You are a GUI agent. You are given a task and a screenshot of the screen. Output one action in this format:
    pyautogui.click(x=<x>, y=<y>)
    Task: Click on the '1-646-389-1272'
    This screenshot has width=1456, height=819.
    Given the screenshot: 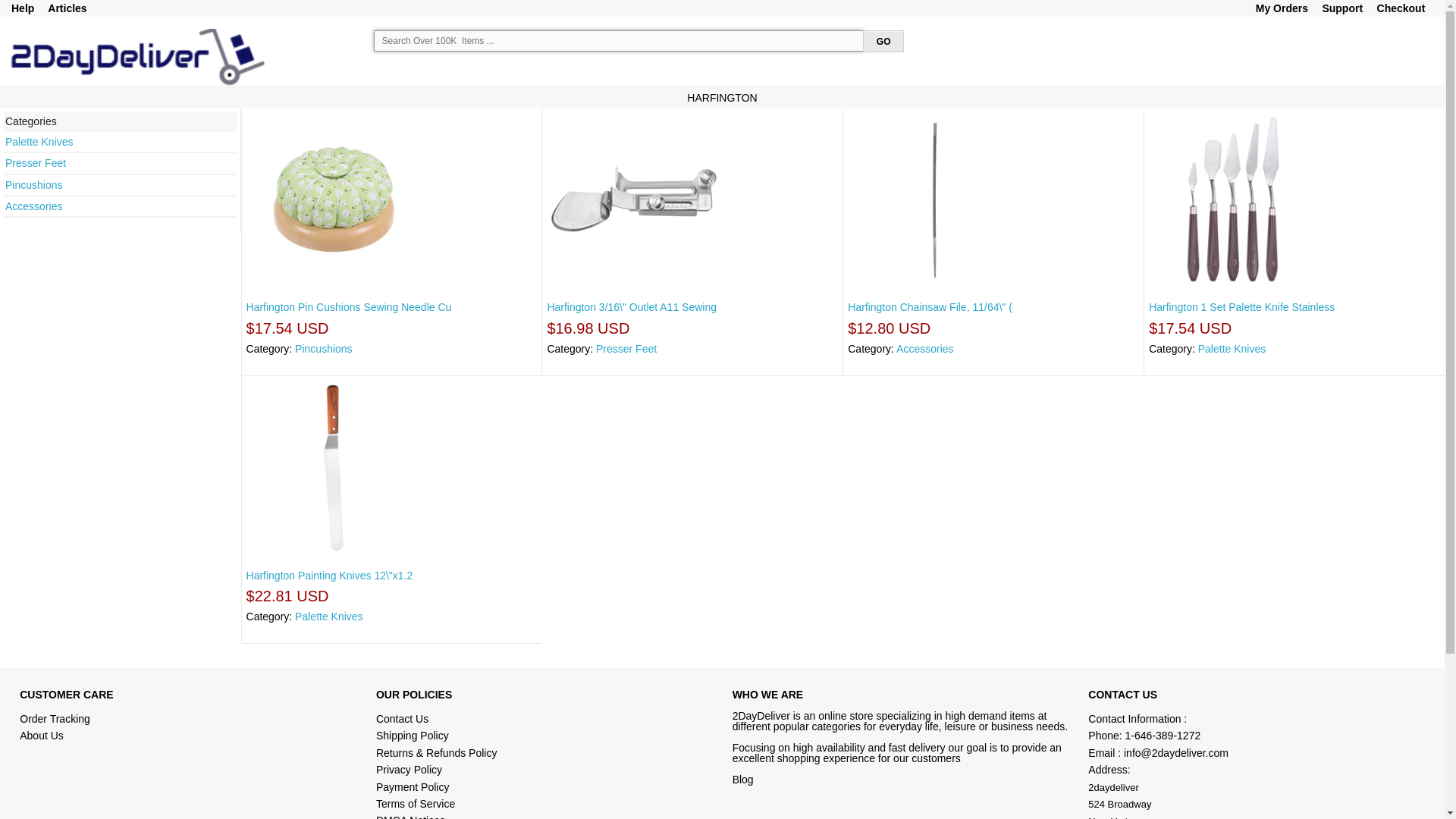 What is the action you would take?
    pyautogui.click(x=1163, y=734)
    